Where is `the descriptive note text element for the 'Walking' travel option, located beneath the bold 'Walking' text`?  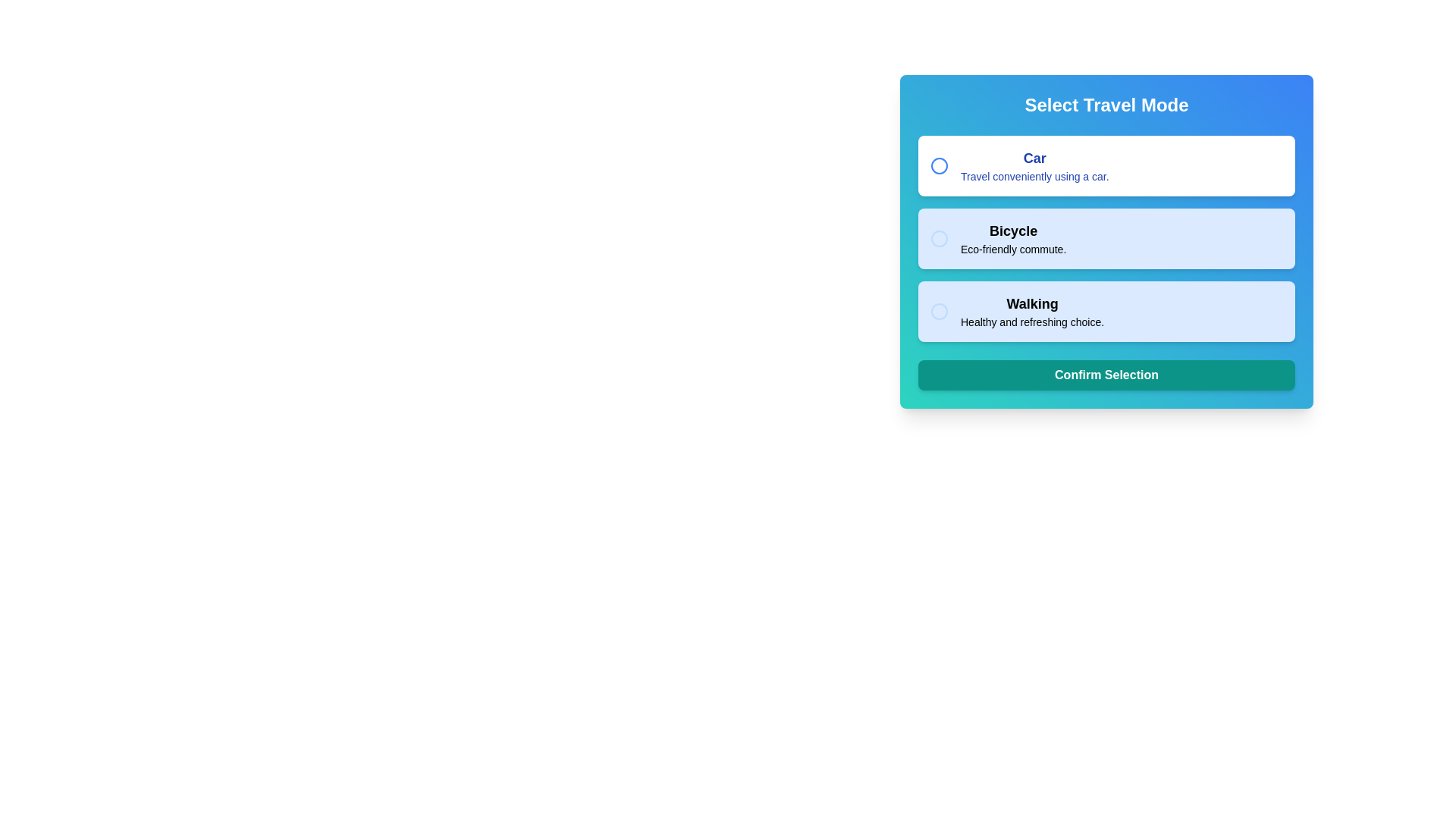
the descriptive note text element for the 'Walking' travel option, located beneath the bold 'Walking' text is located at coordinates (1031, 321).